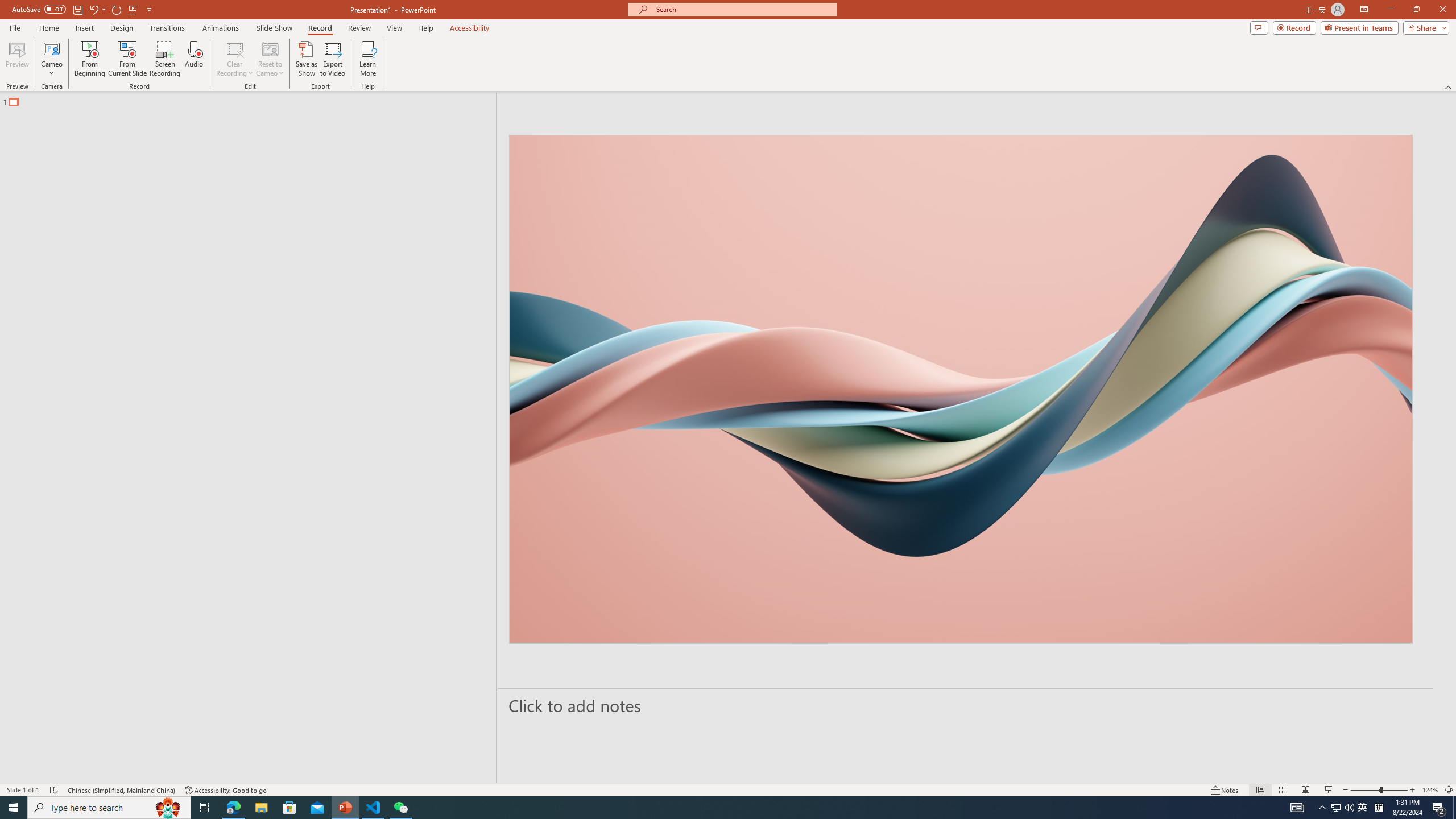 This screenshot has height=819, width=1456. I want to click on 'Zoom 124%', so click(1430, 790).